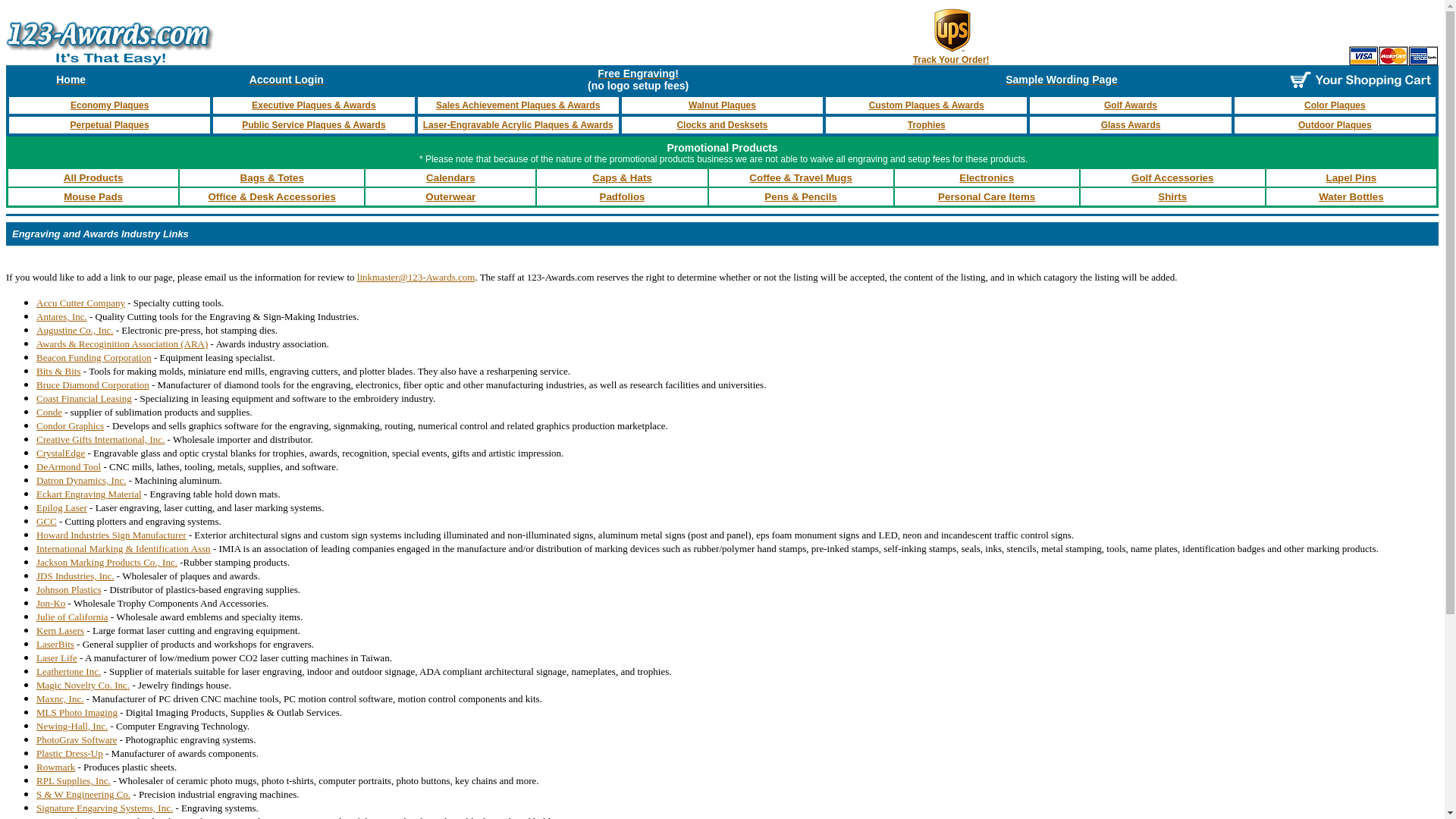 The height and width of the screenshot is (819, 1456). What do you see at coordinates (61, 507) in the screenshot?
I see `'Epilog Laser'` at bounding box center [61, 507].